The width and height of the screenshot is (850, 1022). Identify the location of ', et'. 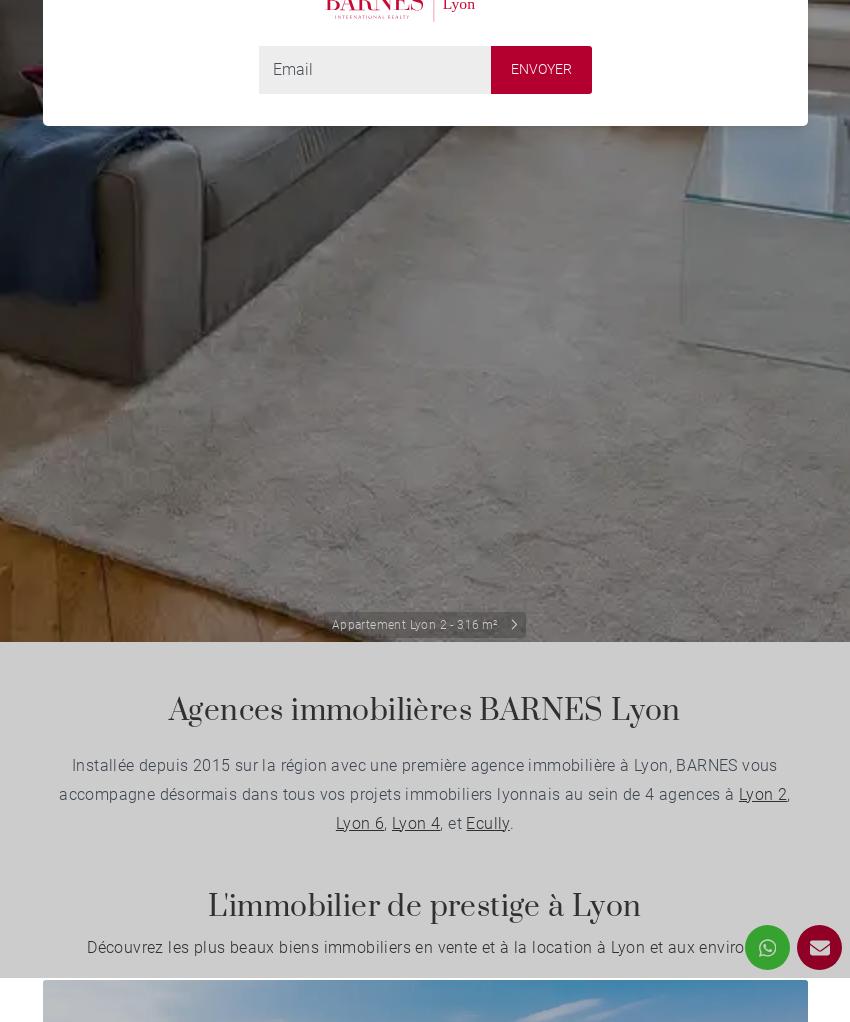
(438, 821).